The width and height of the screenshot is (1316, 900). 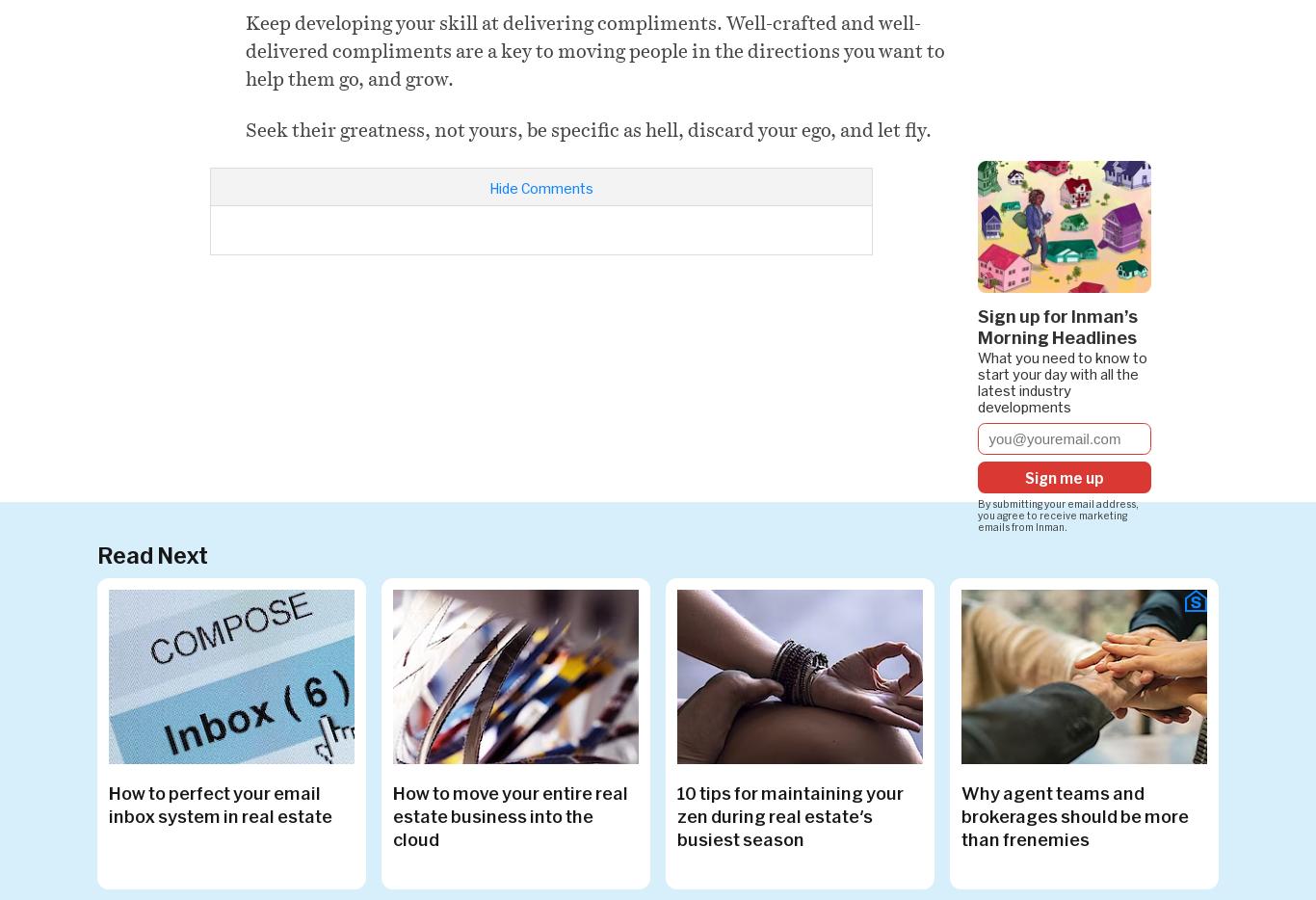 I want to click on 'By submitting your email address, you agree to receive marketing emails from Inman.', so click(x=1057, y=514).